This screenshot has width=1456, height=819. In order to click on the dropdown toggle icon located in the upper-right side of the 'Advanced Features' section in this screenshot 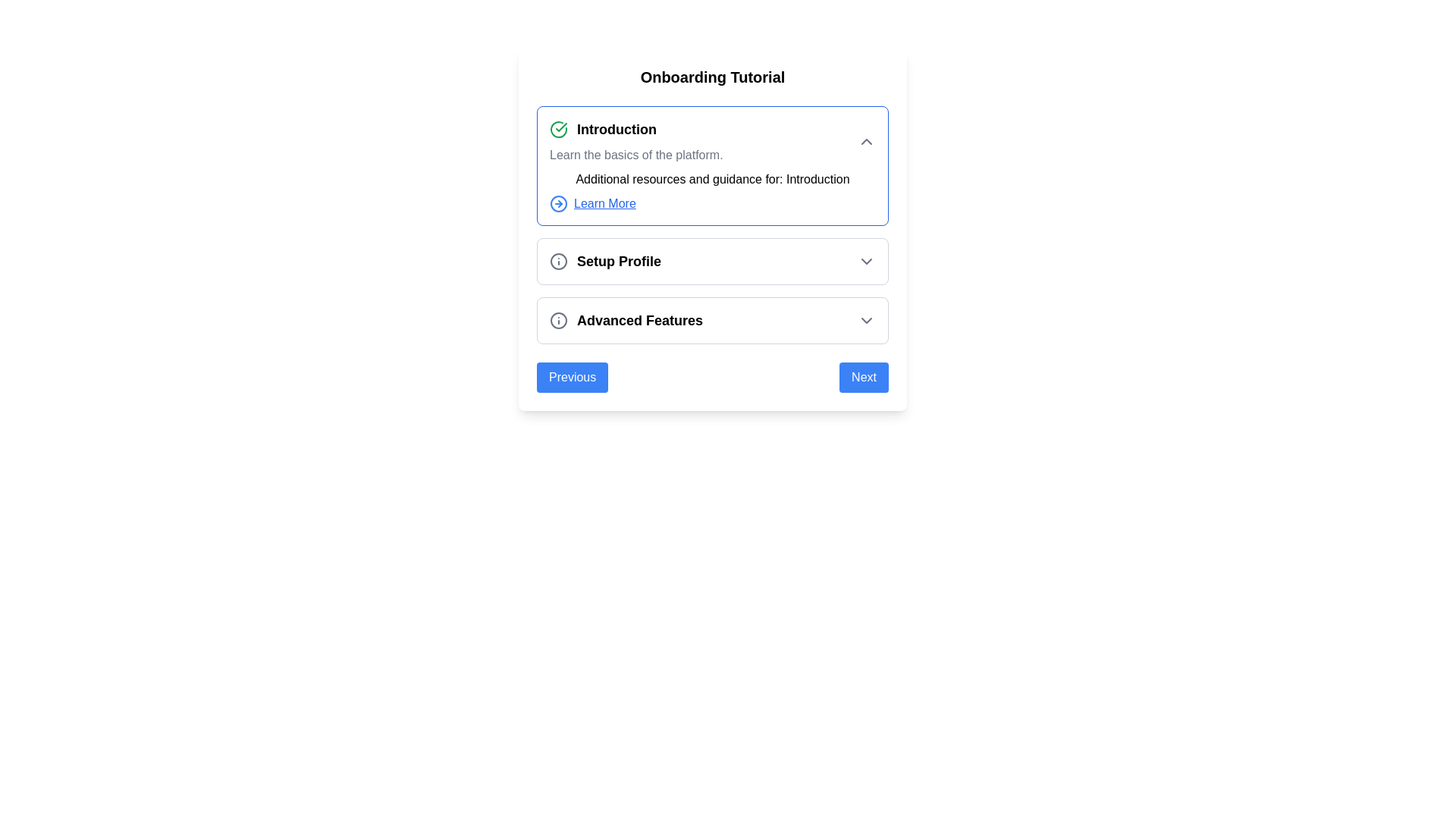, I will do `click(866, 320)`.